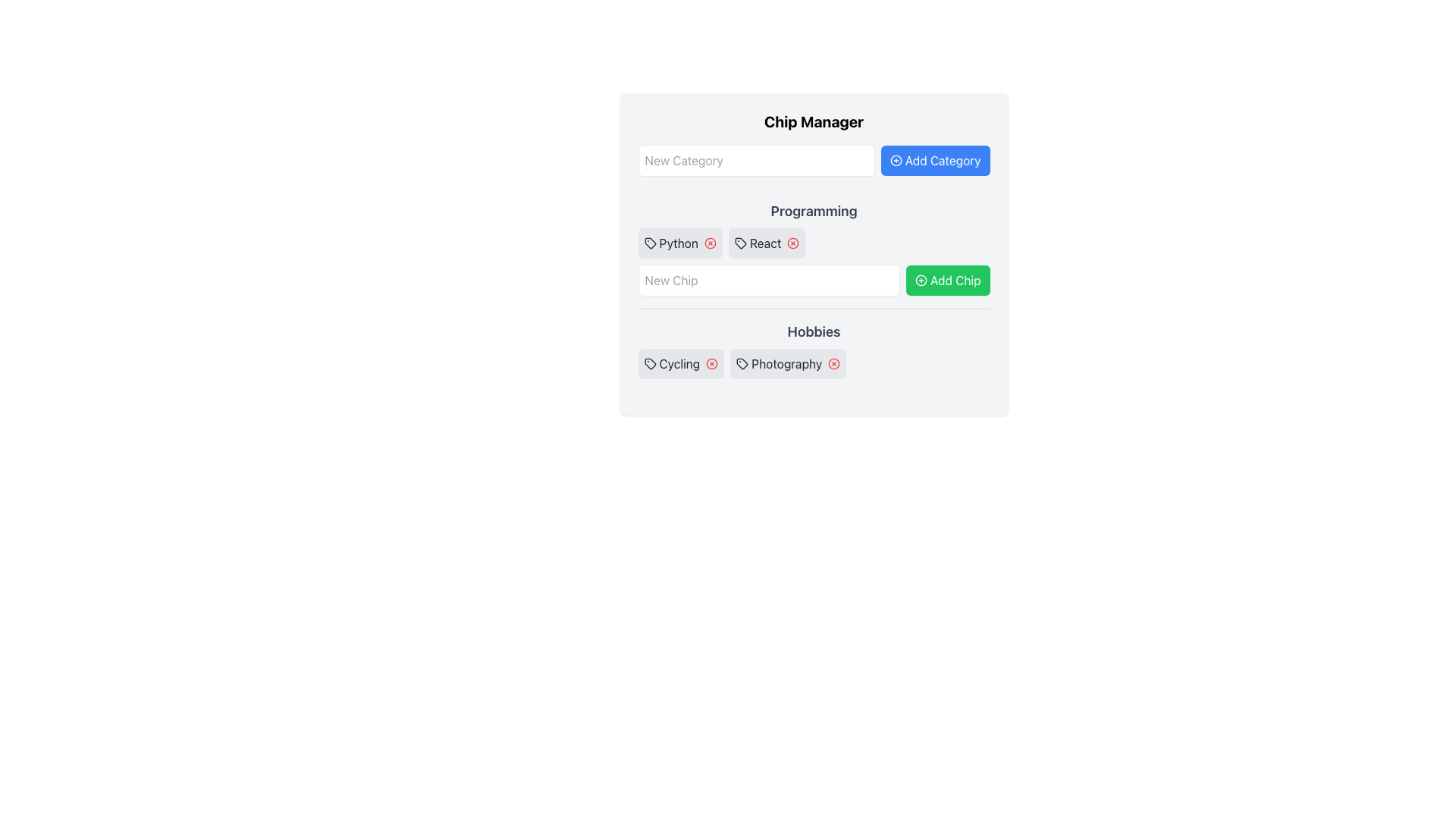  Describe the element at coordinates (708, 363) in the screenshot. I see `the delete button for the 'Cycling' chip located in the 'Hobbies' section` at that location.